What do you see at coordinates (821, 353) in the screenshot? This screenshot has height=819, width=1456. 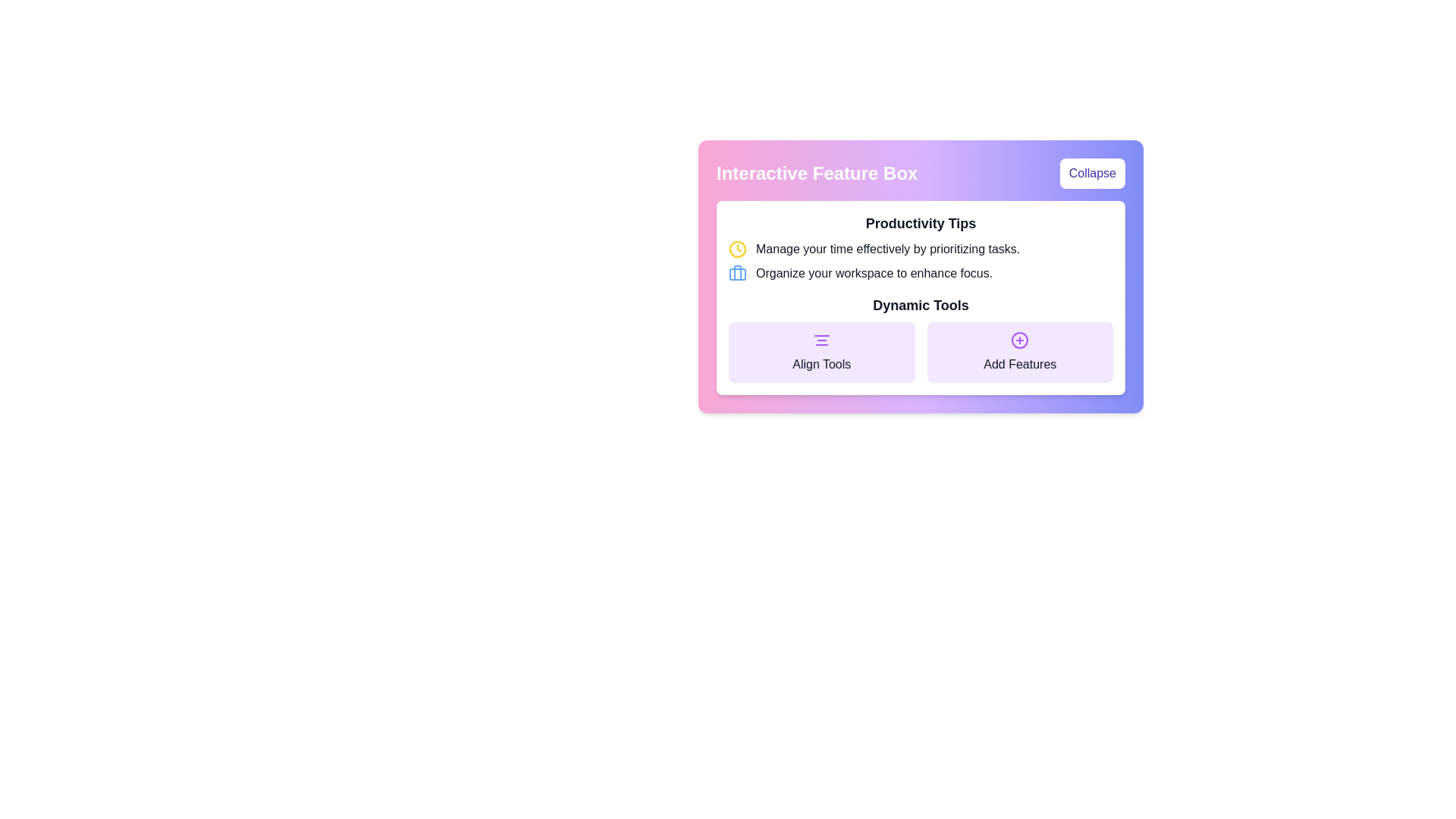 I see `the 'Align Tools' button, which is a rectangular button with a purple background and an icon of three horizontal lines` at bounding box center [821, 353].